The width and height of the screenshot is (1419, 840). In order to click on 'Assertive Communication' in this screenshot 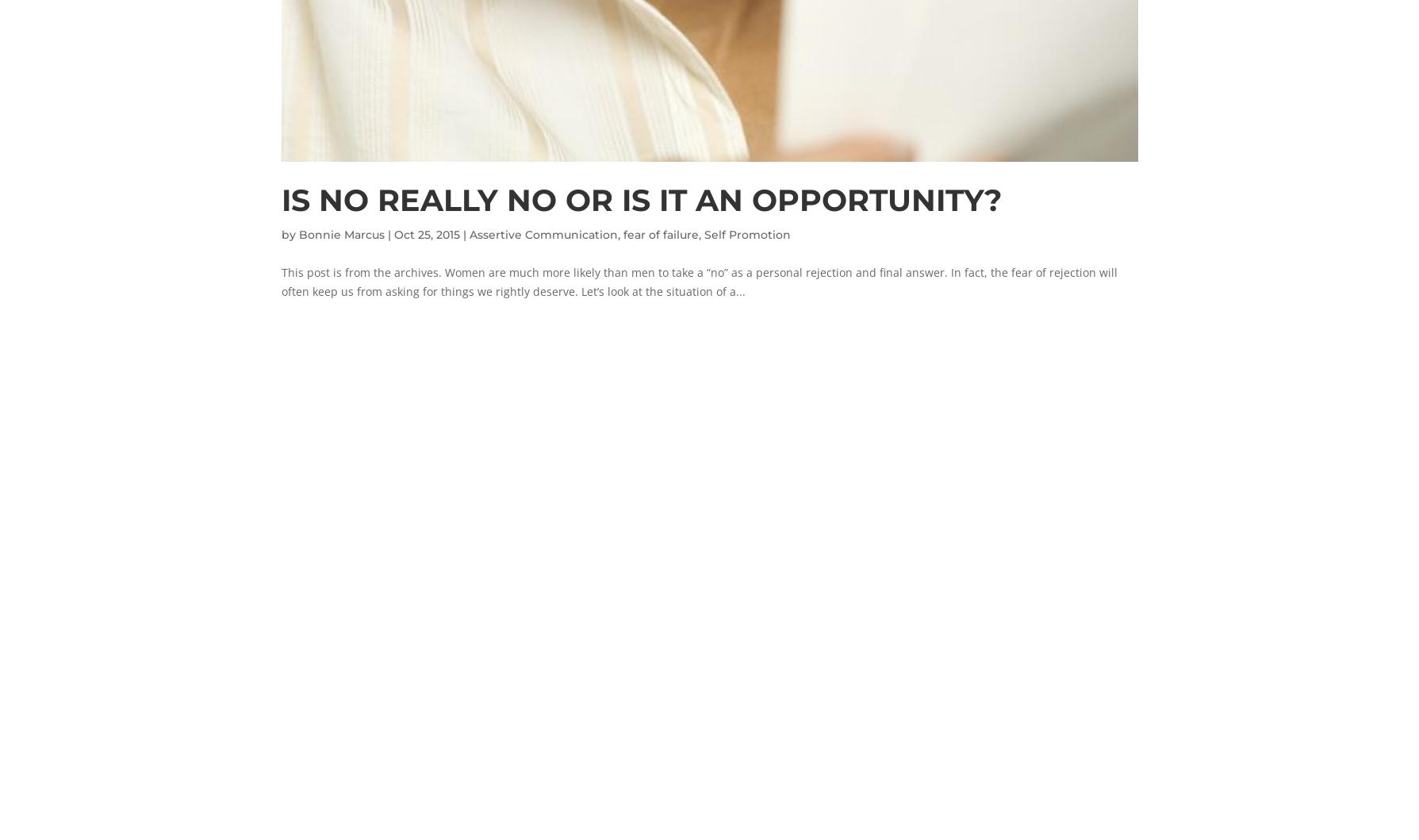, I will do `click(543, 234)`.